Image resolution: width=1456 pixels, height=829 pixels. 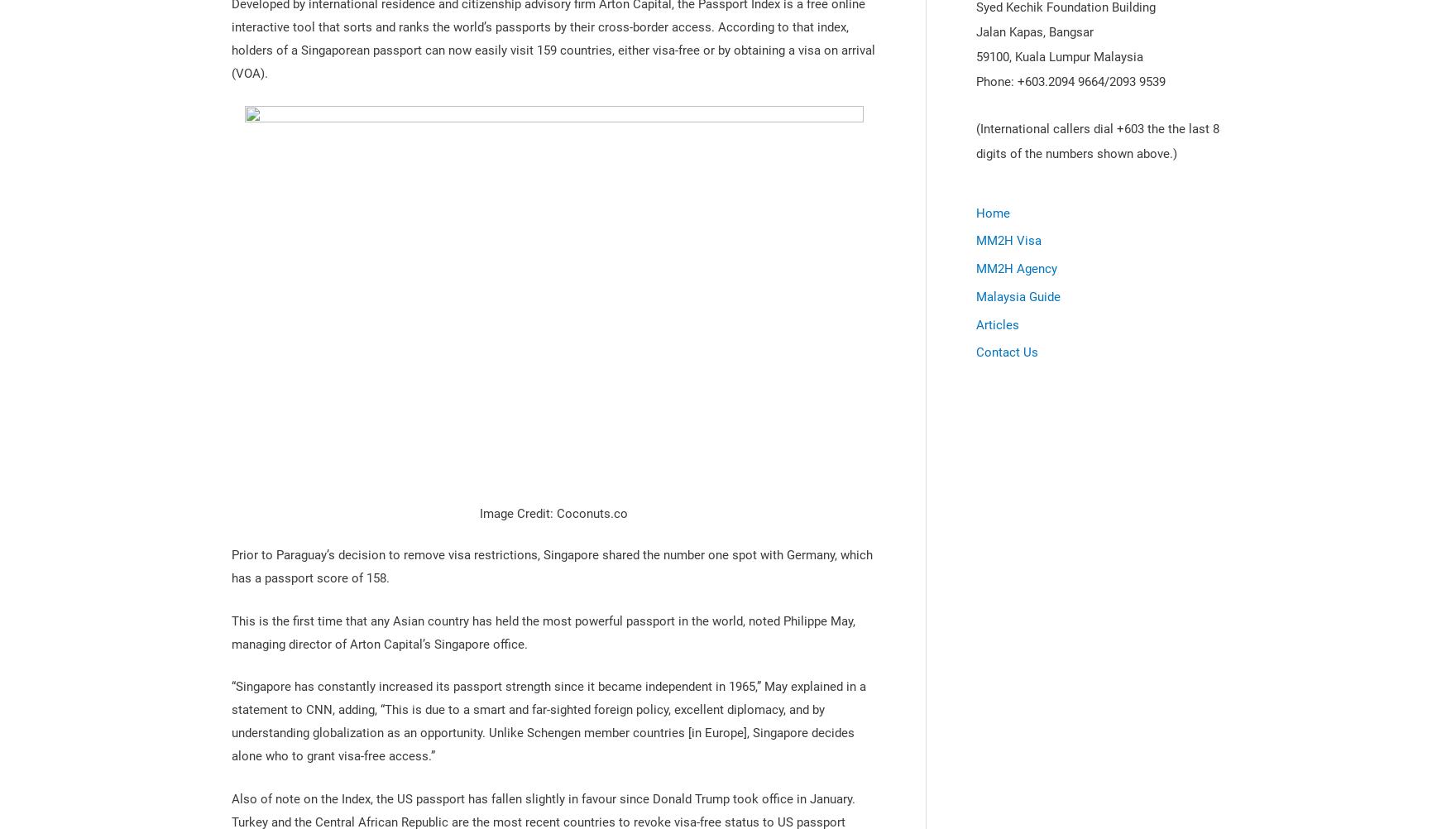 What do you see at coordinates (992, 212) in the screenshot?
I see `'Home'` at bounding box center [992, 212].